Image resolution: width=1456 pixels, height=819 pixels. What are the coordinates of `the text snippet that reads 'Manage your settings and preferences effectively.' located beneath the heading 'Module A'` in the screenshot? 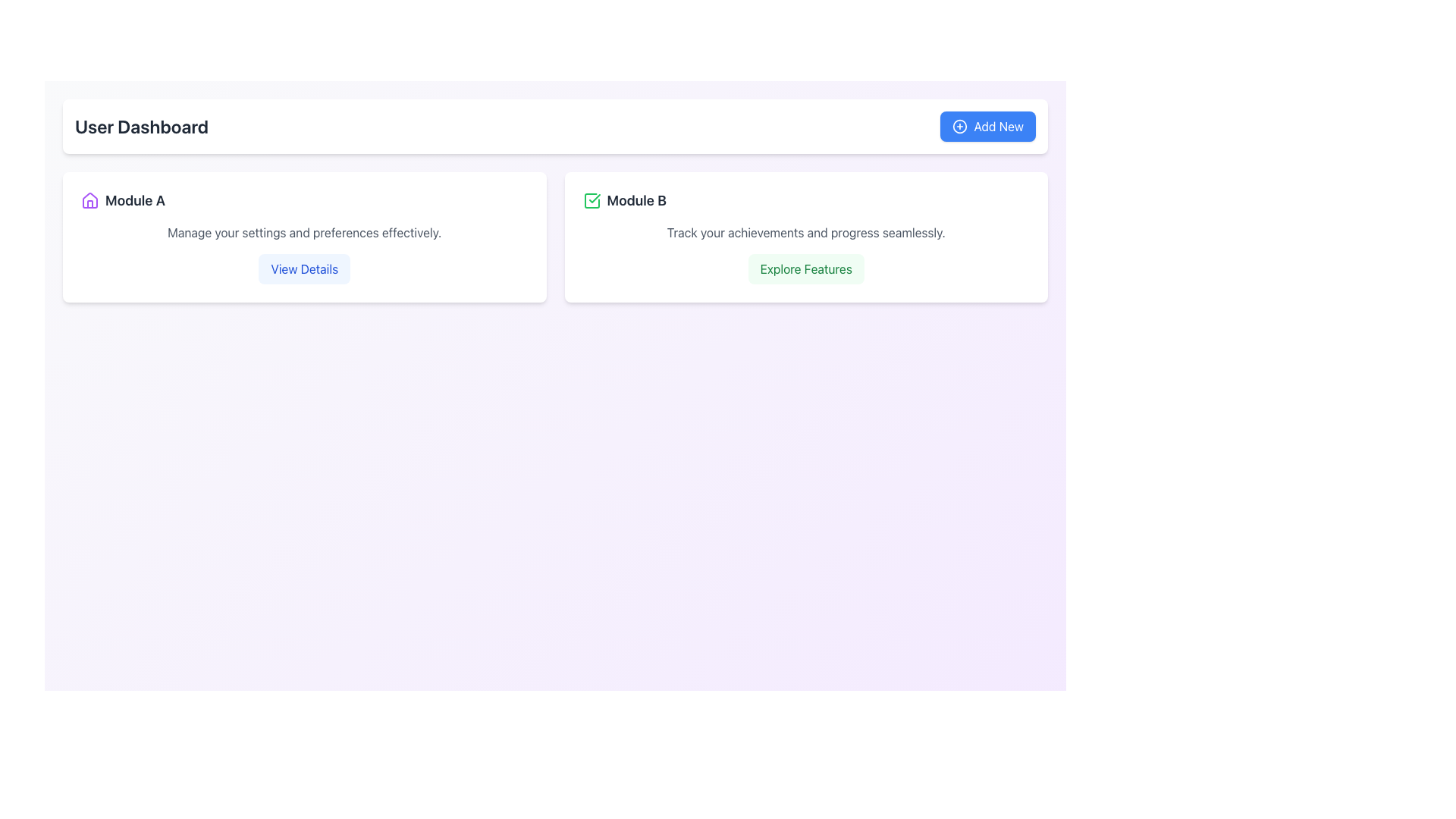 It's located at (303, 233).